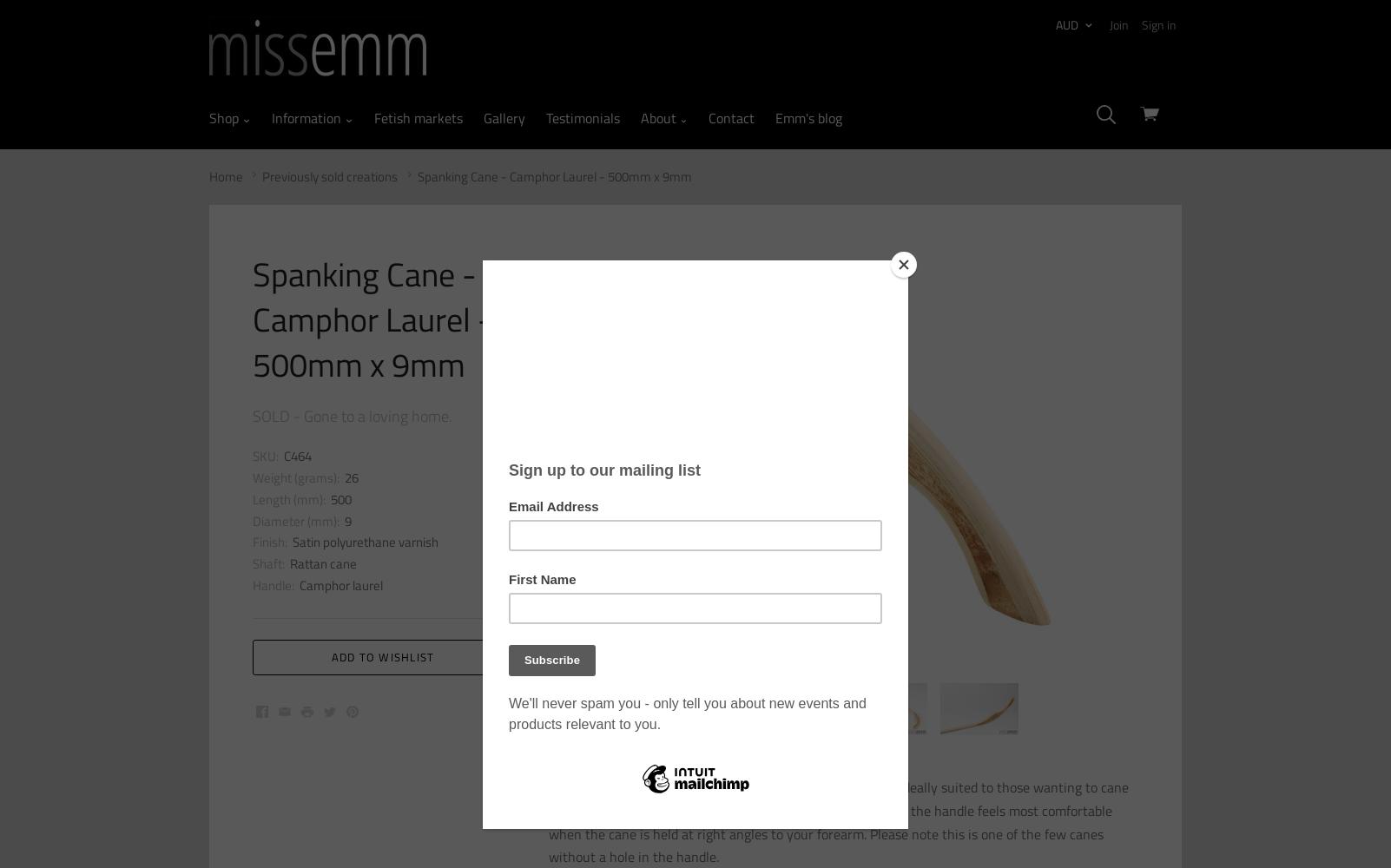 The height and width of the screenshot is (868, 1391). What do you see at coordinates (544, 118) in the screenshot?
I see `'Testimonials'` at bounding box center [544, 118].